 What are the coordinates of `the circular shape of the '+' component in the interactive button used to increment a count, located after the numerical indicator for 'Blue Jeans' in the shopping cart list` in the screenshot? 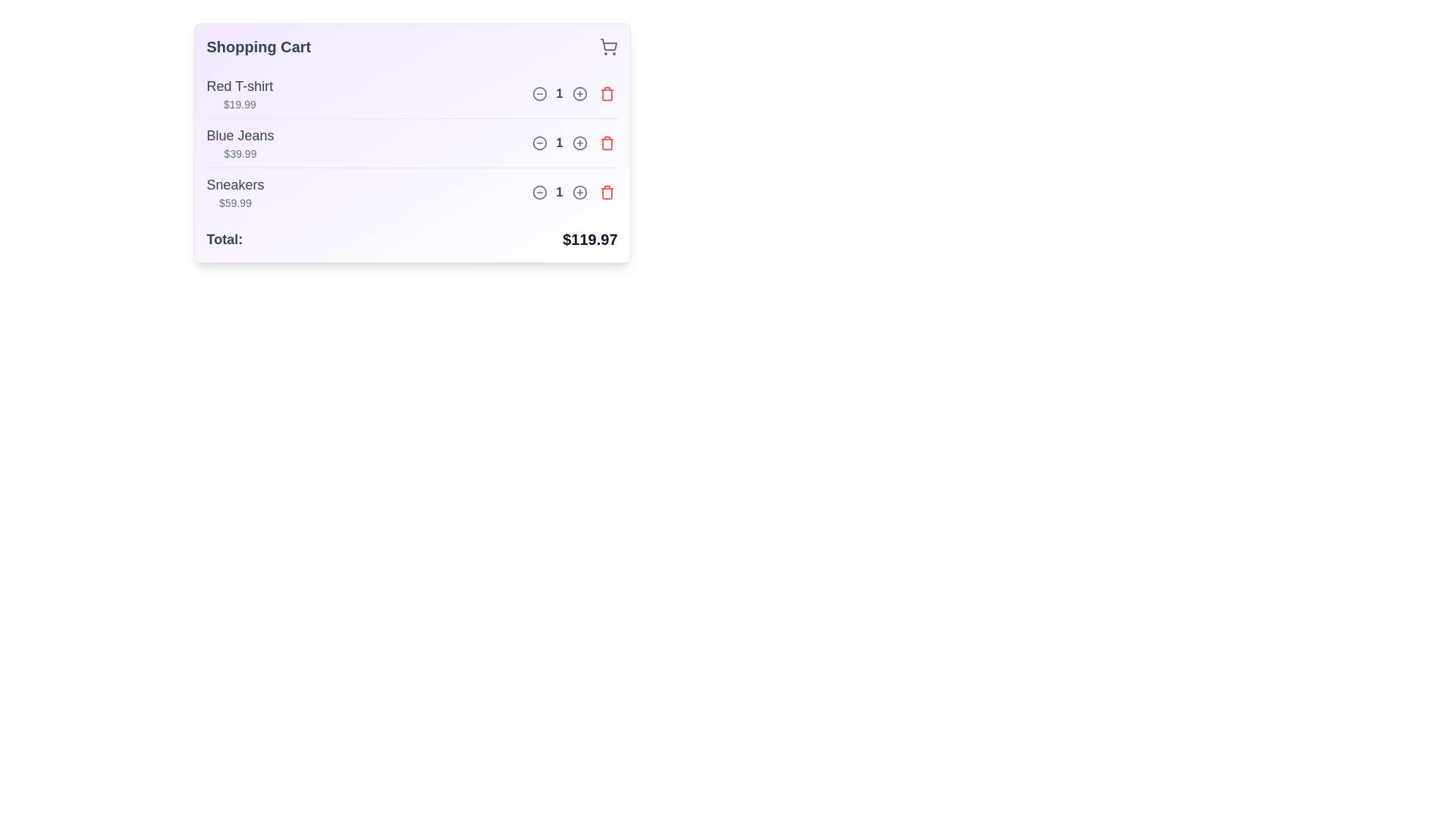 It's located at (579, 93).